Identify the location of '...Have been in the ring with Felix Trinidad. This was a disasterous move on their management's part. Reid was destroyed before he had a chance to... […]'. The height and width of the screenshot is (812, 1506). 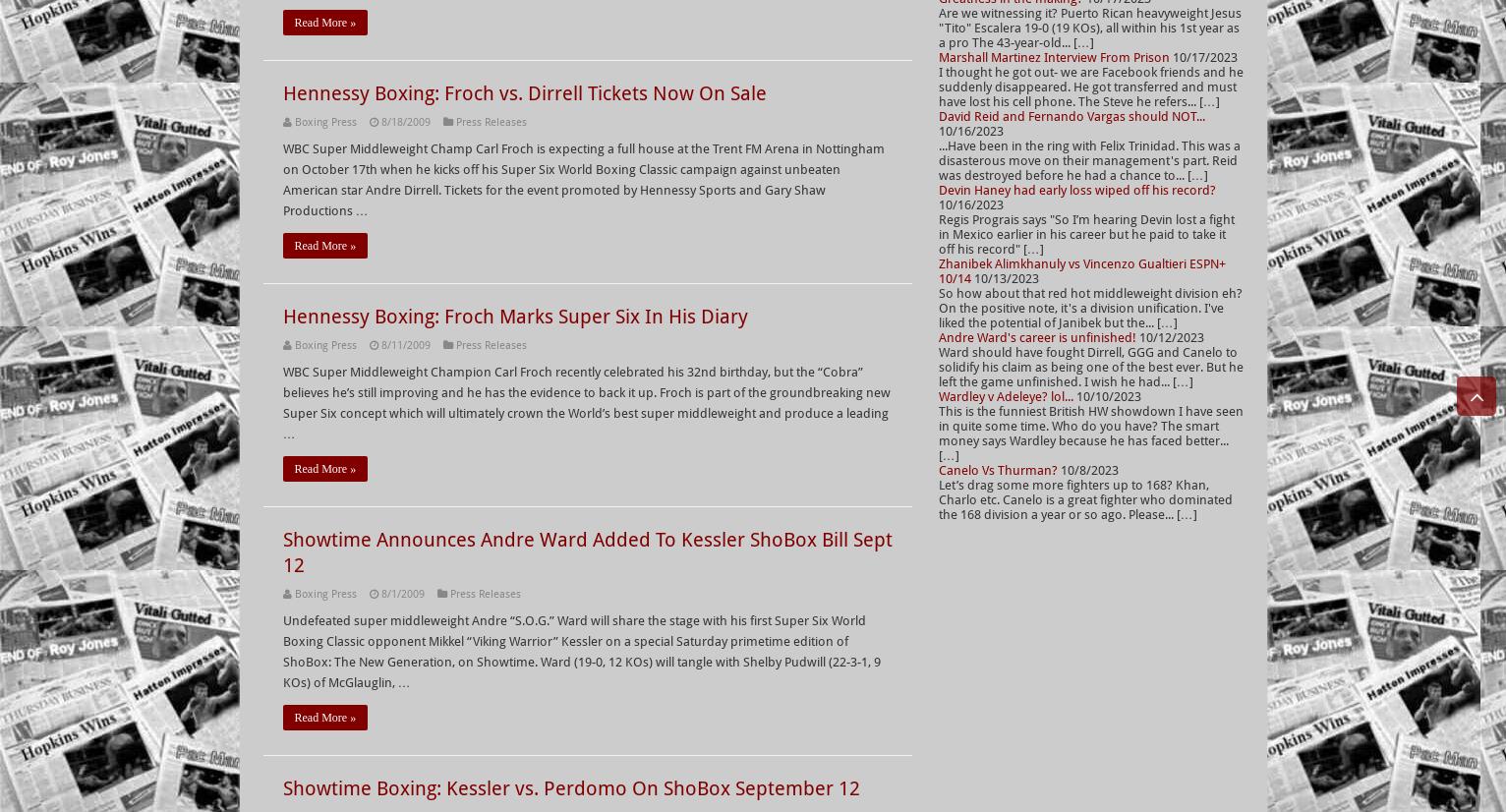
(1087, 159).